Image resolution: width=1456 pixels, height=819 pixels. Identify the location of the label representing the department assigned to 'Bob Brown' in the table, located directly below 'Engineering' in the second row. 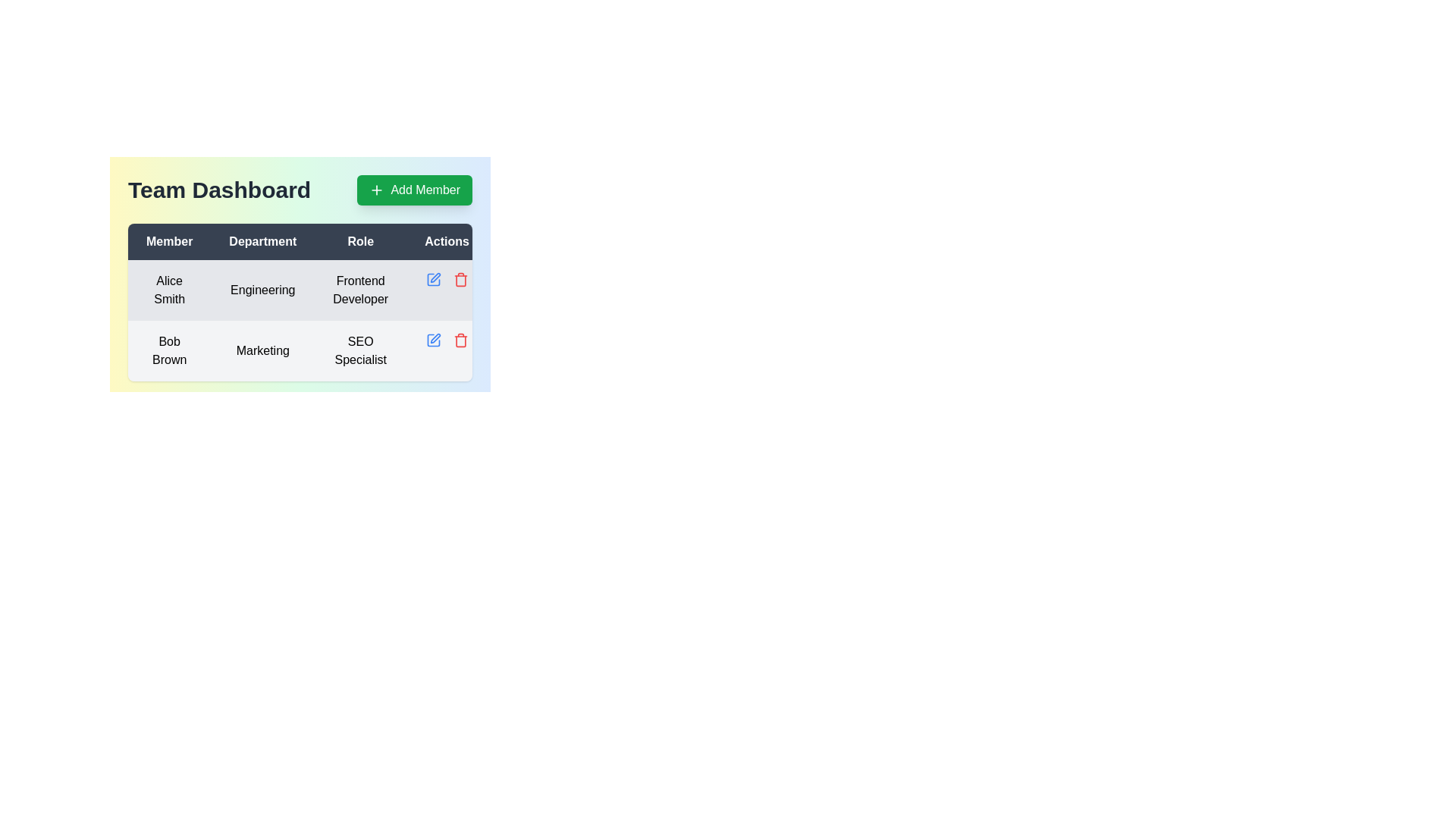
(262, 350).